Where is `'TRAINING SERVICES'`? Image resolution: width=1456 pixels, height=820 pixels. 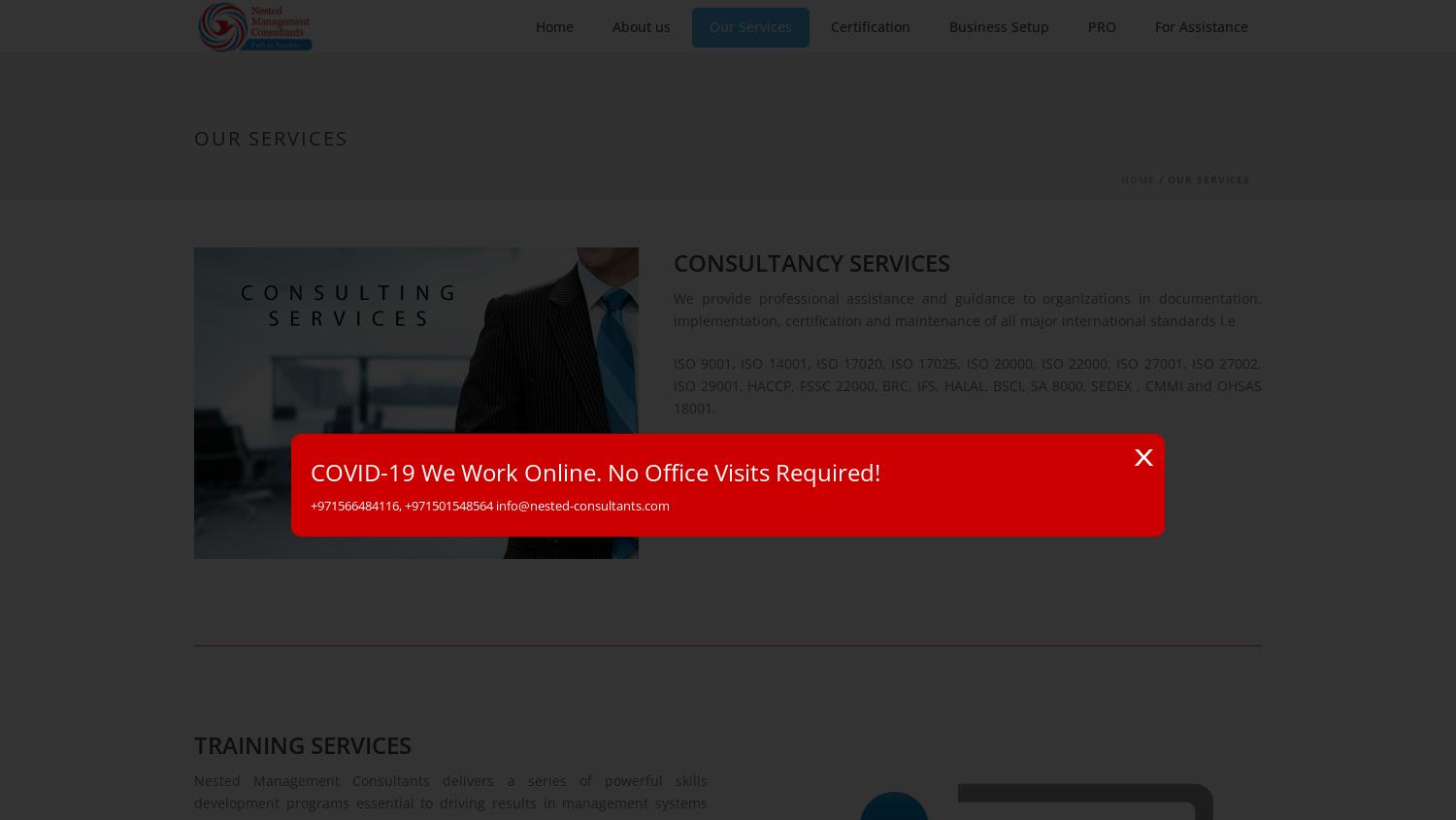 'TRAINING SERVICES' is located at coordinates (192, 744).